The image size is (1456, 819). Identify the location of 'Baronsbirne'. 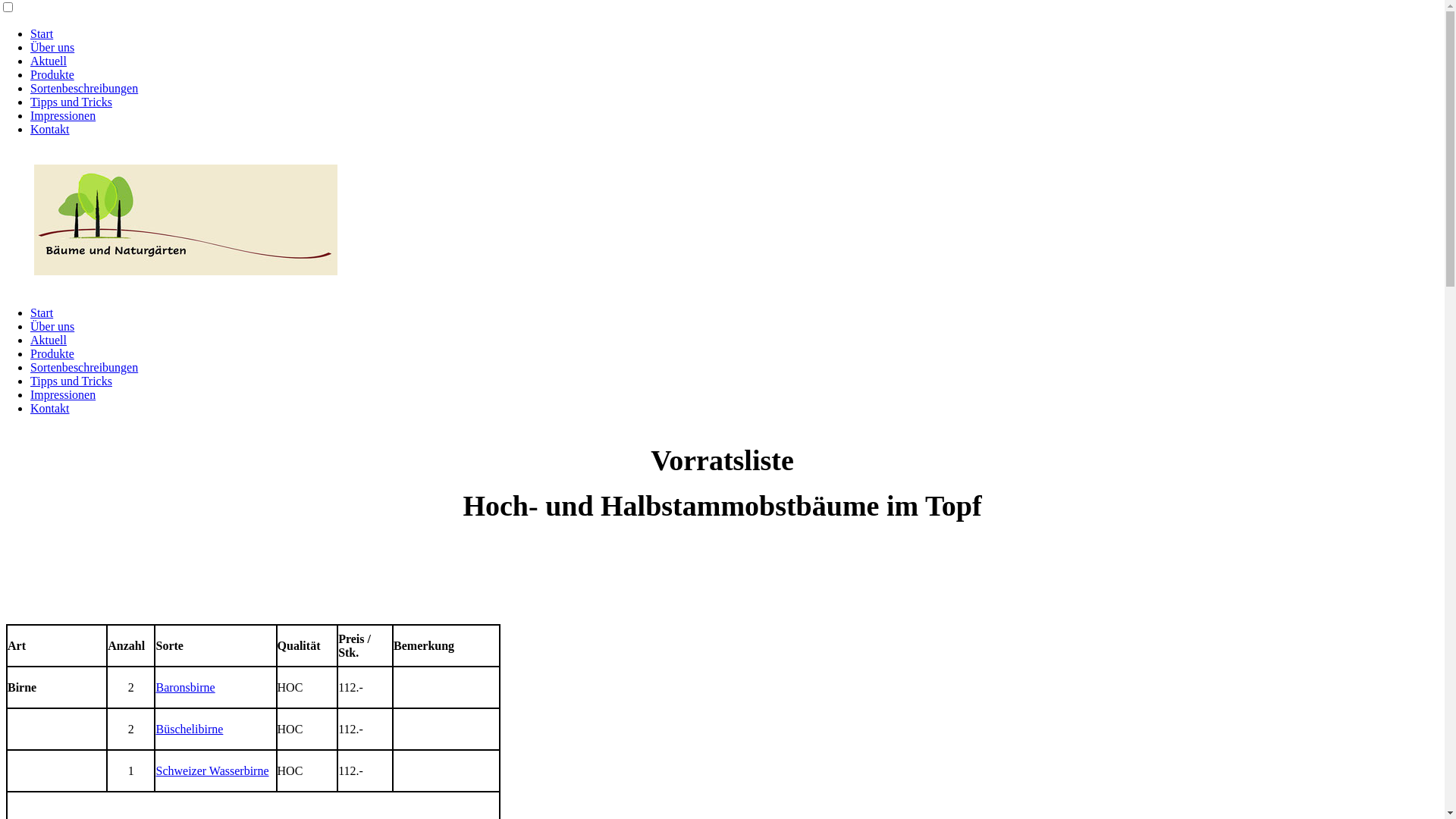
(184, 687).